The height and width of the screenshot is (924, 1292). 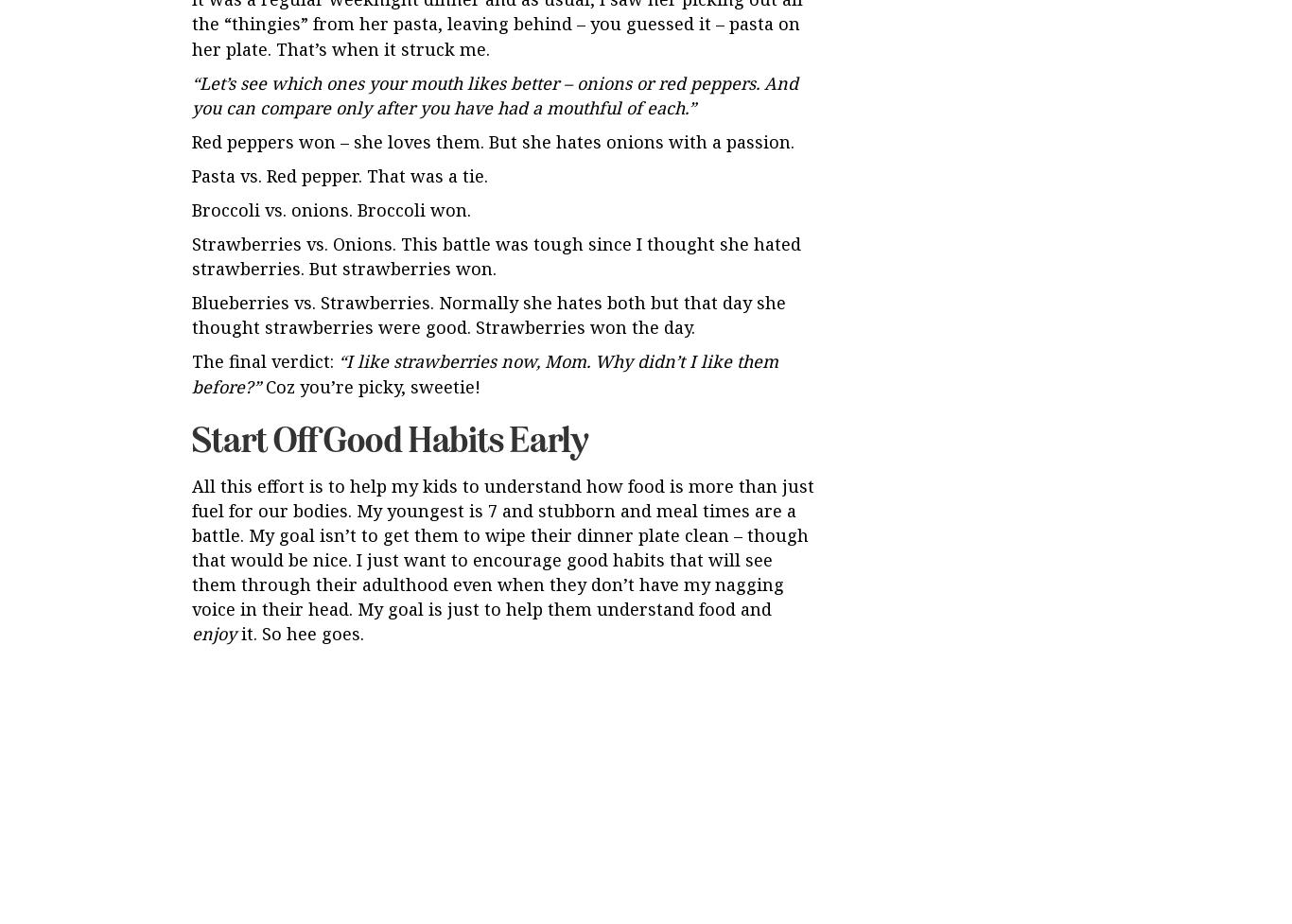 I want to click on 'The final verdict:', so click(x=190, y=361).